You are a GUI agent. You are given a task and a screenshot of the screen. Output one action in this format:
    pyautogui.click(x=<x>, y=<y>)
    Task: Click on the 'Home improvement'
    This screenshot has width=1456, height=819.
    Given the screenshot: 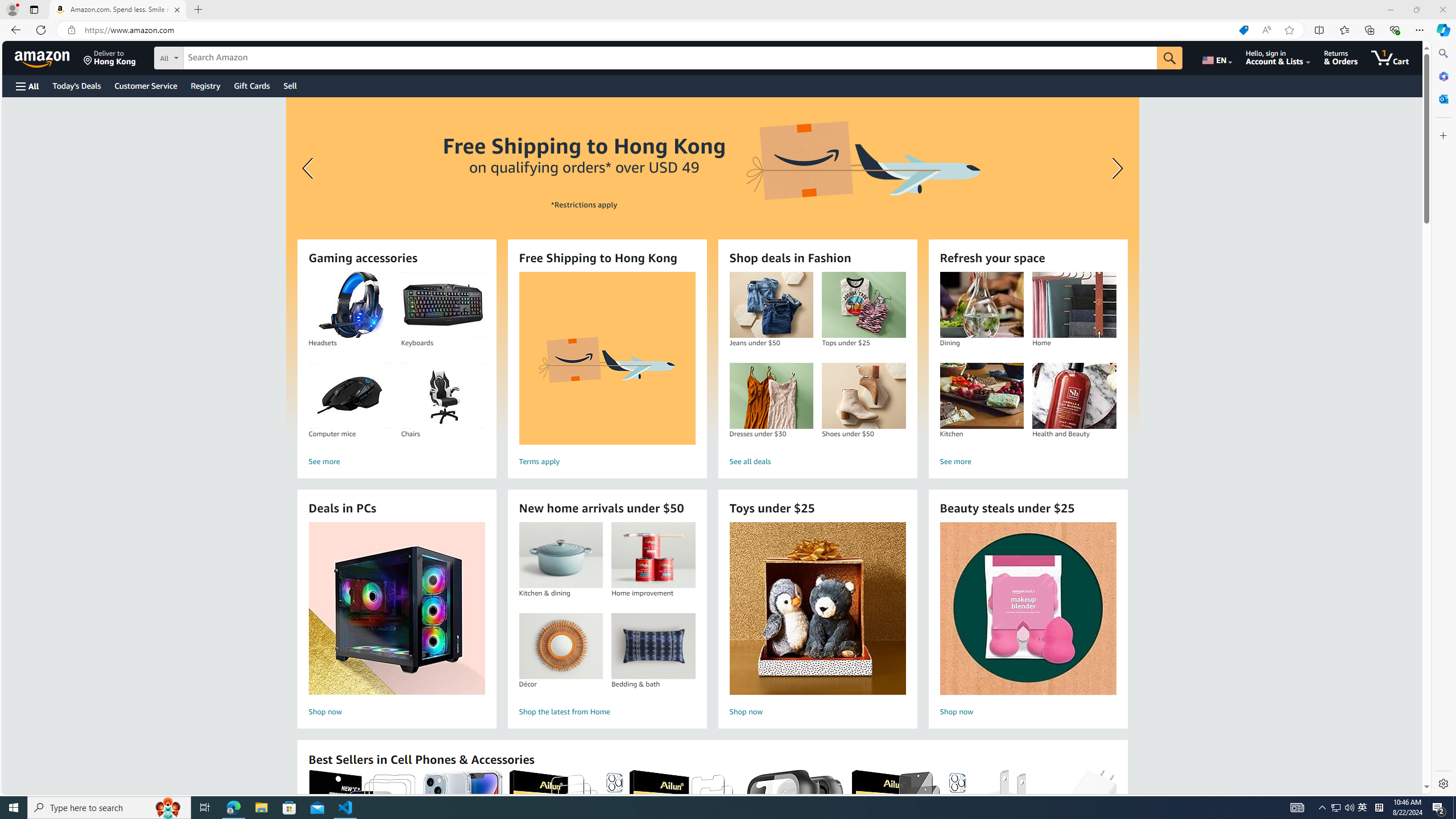 What is the action you would take?
    pyautogui.click(x=652, y=555)
    